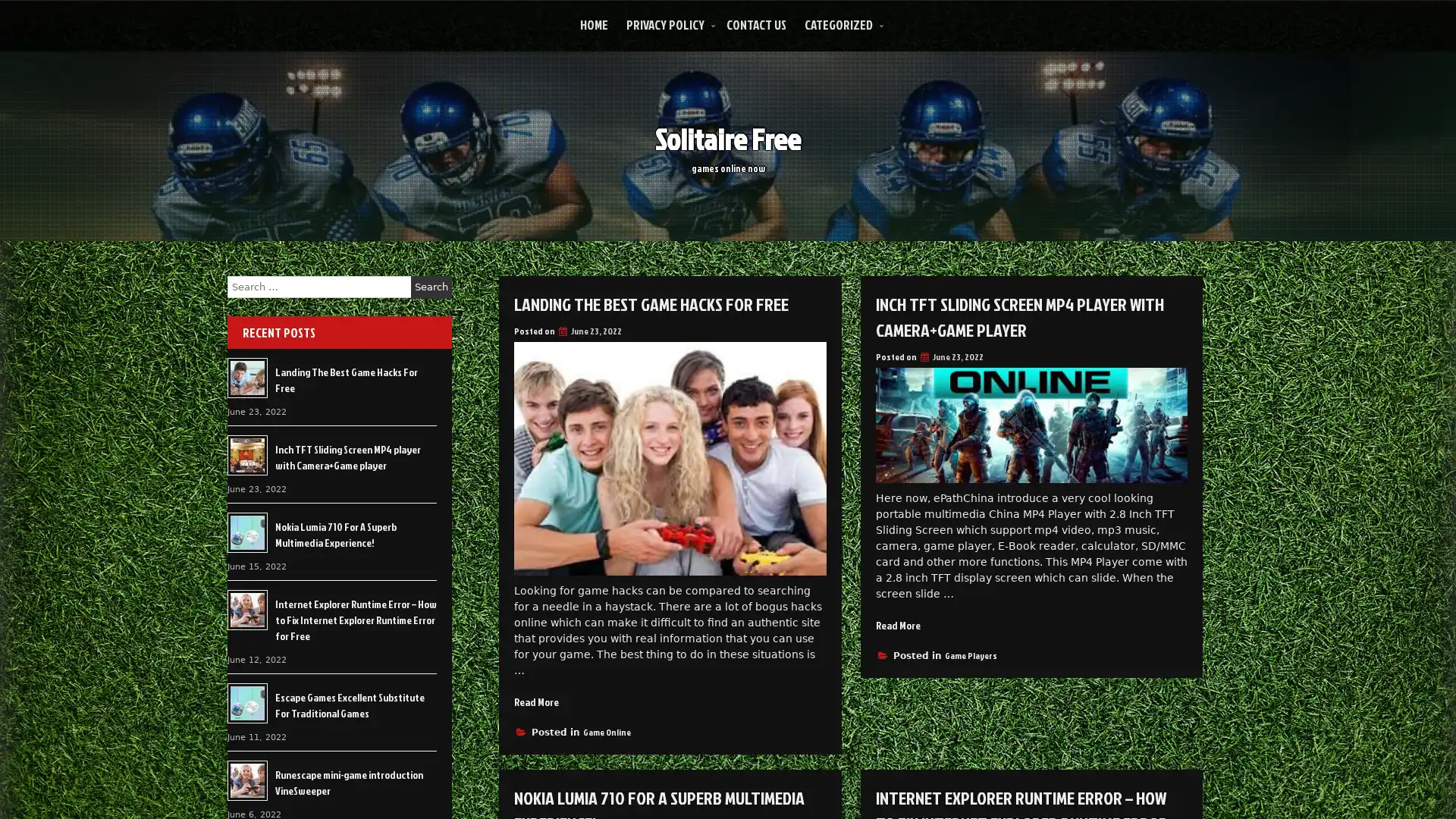 This screenshot has height=819, width=1456. I want to click on Search, so click(431, 287).